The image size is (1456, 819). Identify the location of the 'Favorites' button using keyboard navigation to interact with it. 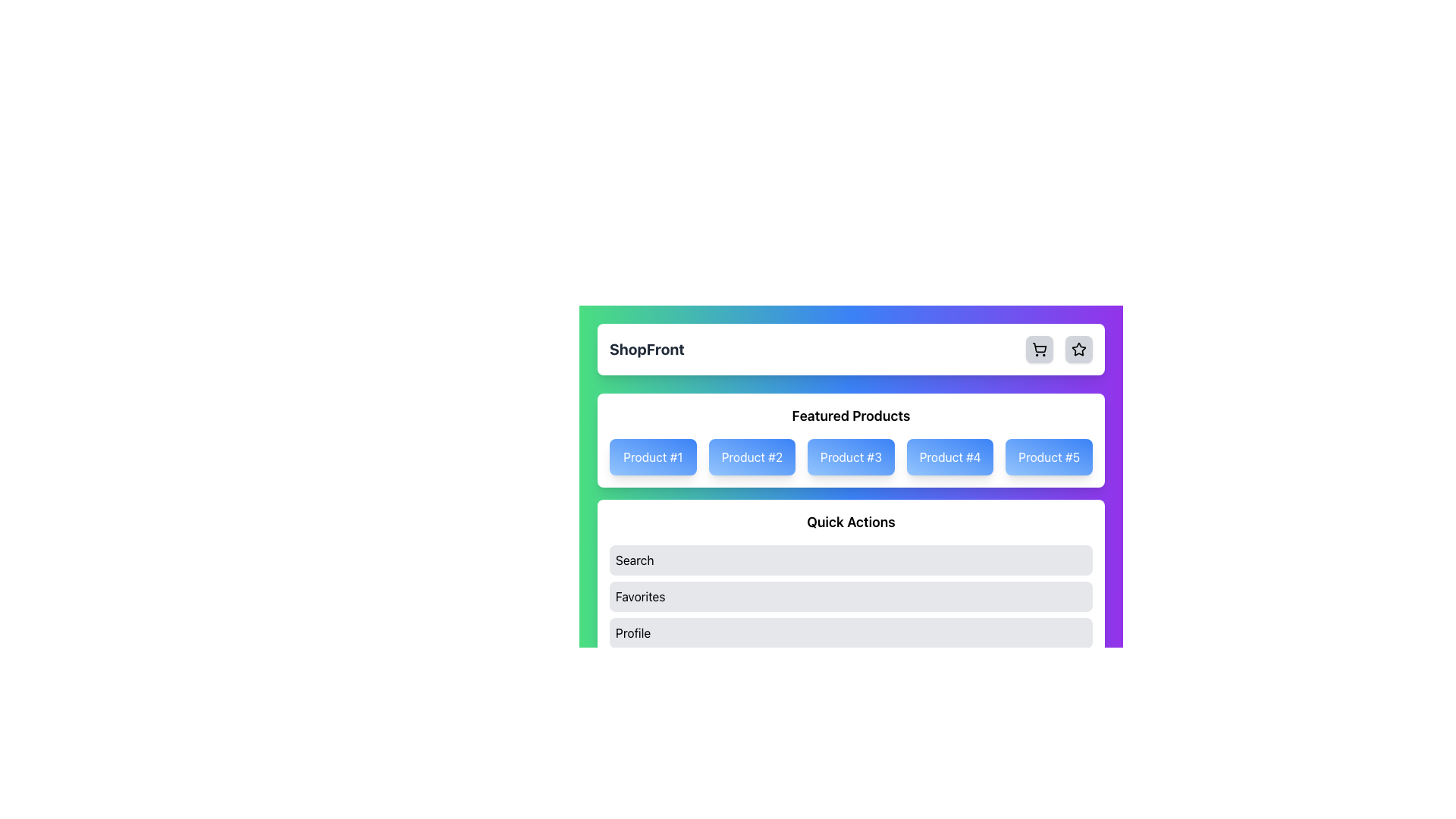
(851, 595).